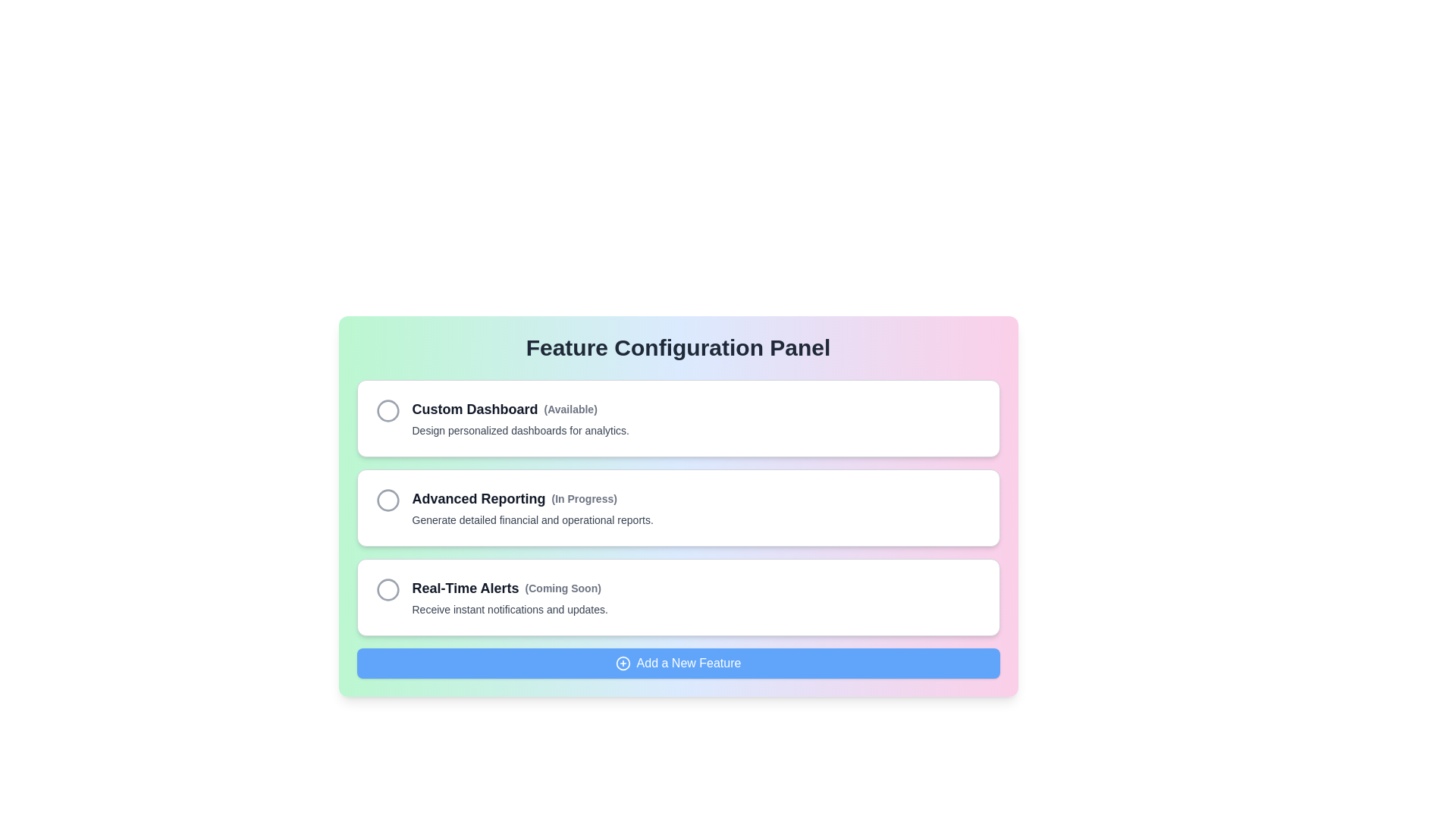 The image size is (1456, 819). I want to click on the text element that reads 'Receive instant notifications and updates.' located directly beneath the title 'Real-Time Alerts (Coming Soon)', so click(510, 608).